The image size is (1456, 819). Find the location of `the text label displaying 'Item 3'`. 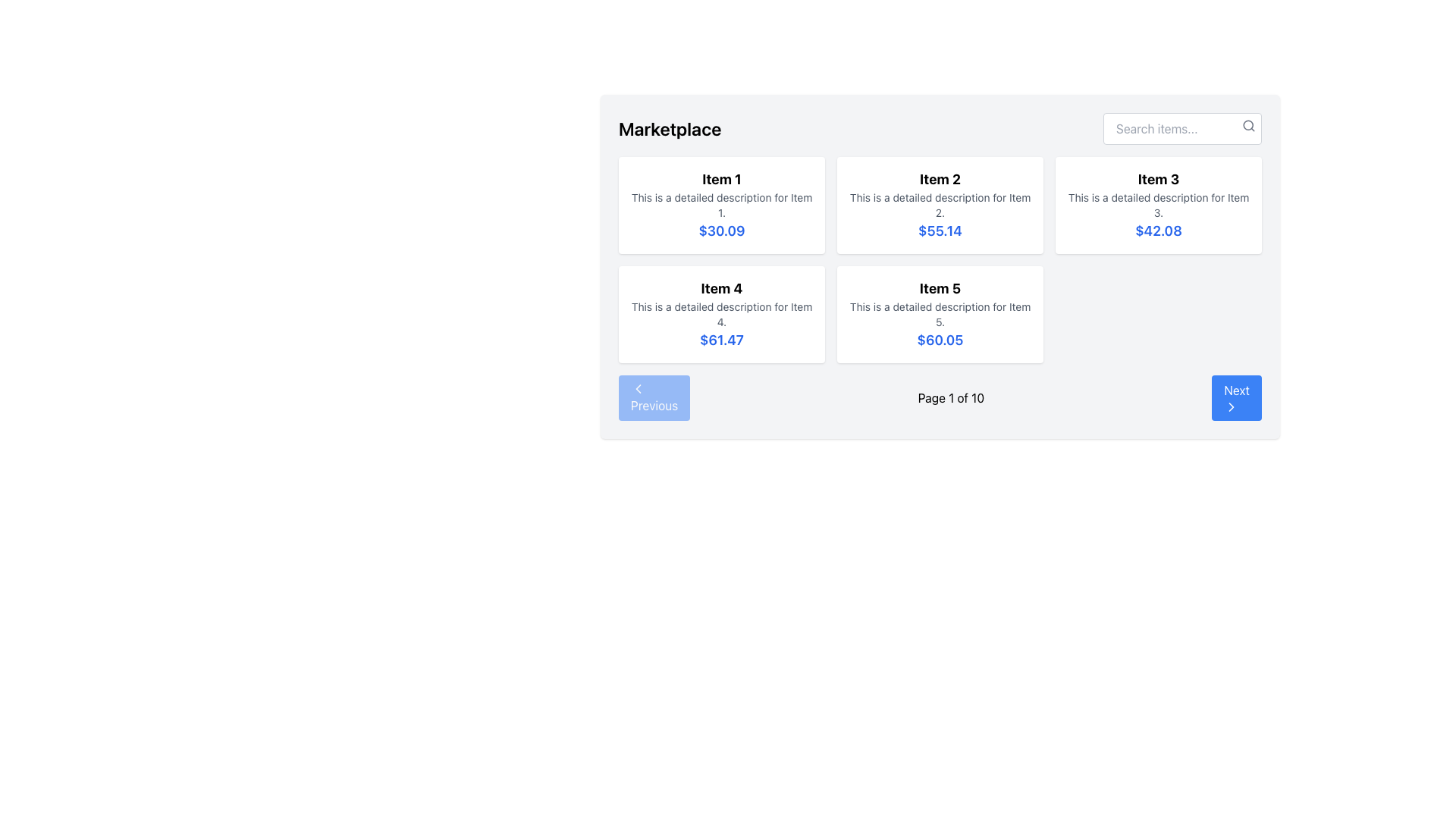

the text label displaying 'Item 3' is located at coordinates (1157, 178).